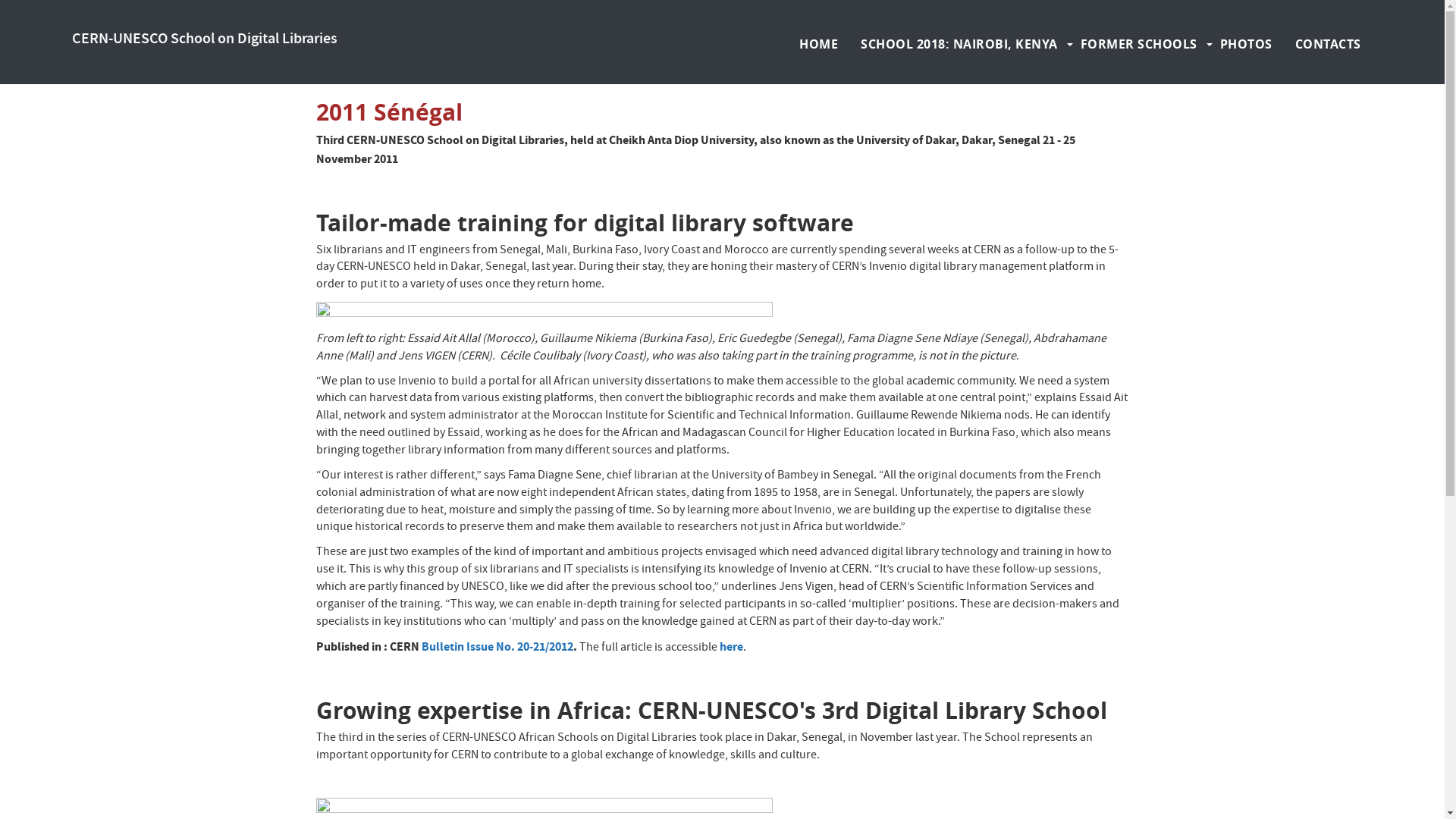  I want to click on 'CERN-UNESCO School on Digital Libraries', so click(203, 39).